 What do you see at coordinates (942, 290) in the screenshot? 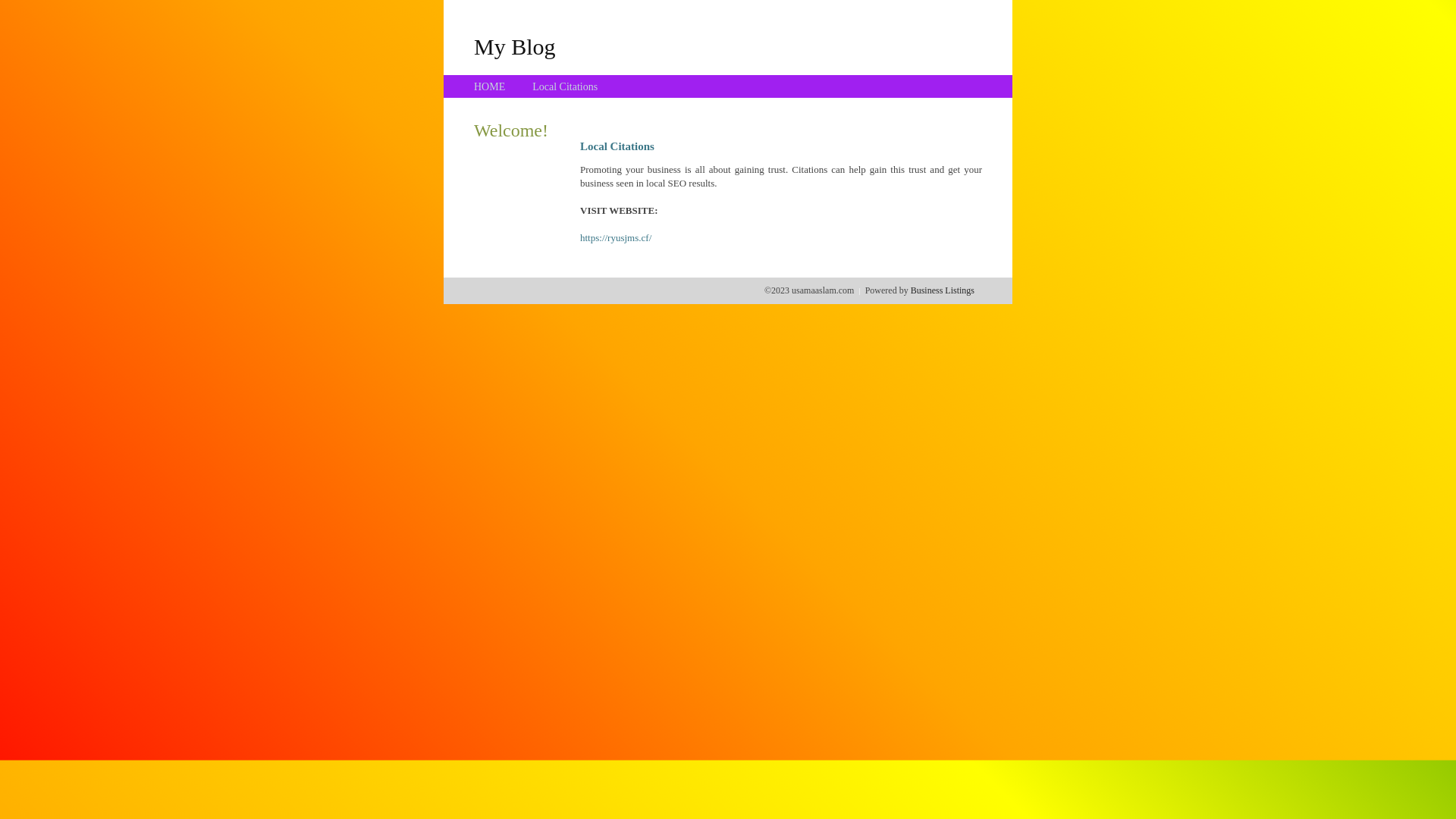
I see `'Business Listings'` at bounding box center [942, 290].